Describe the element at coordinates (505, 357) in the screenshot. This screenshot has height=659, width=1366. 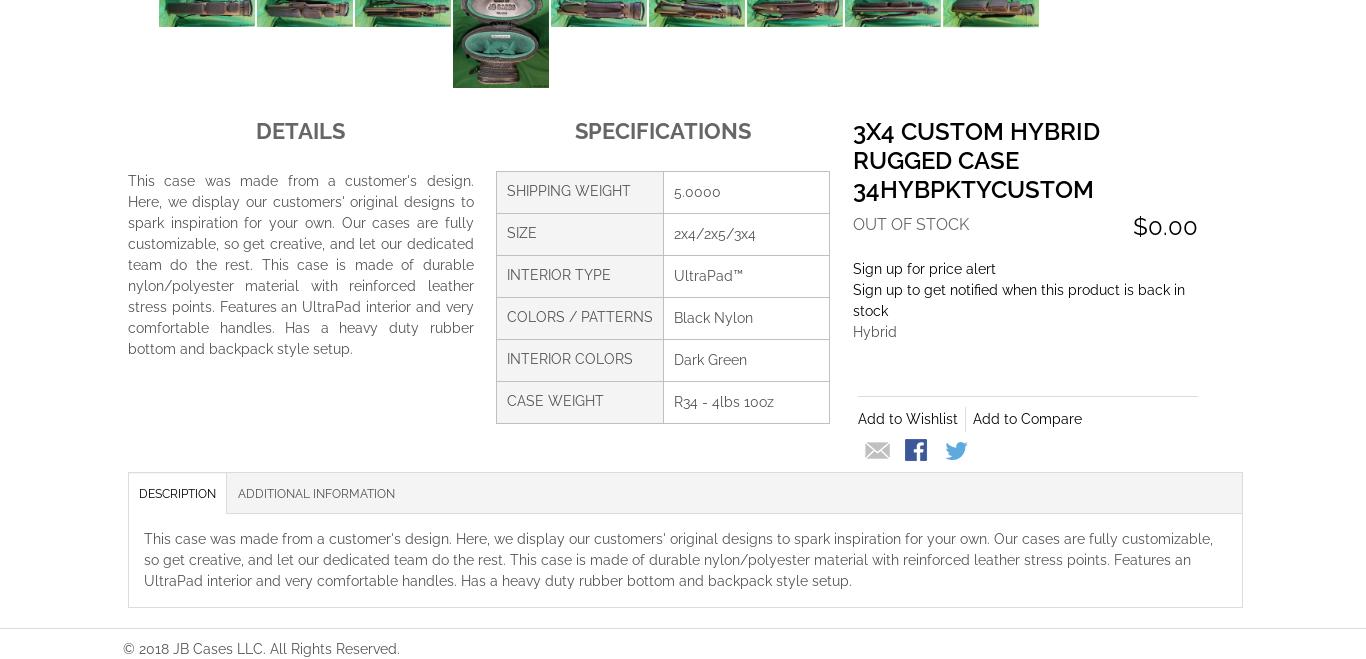
I see `'Interior Colors'` at that location.